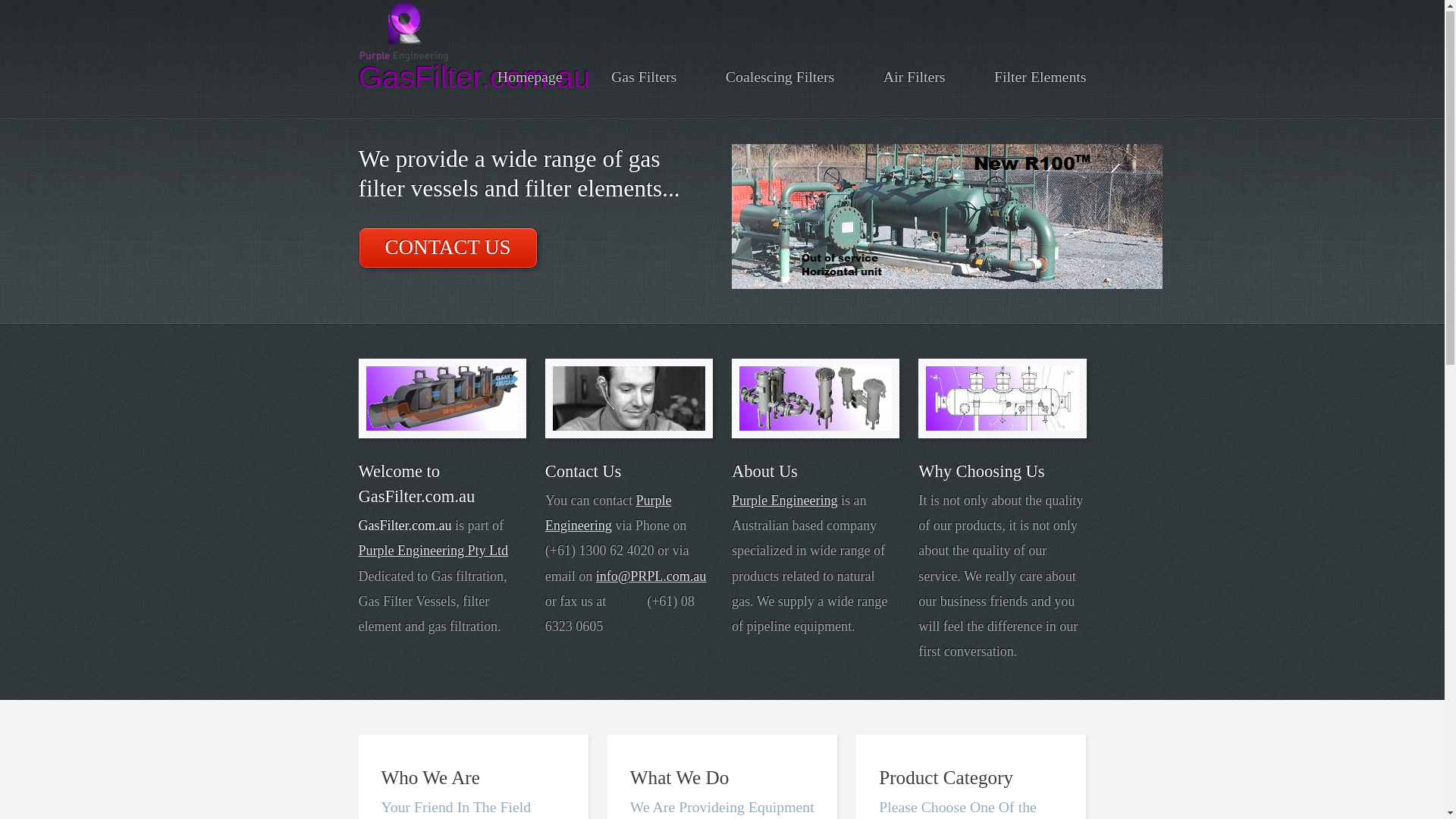 This screenshot has width=1456, height=819. I want to click on 'Purple Engineering Pty Ltd', so click(431, 551).